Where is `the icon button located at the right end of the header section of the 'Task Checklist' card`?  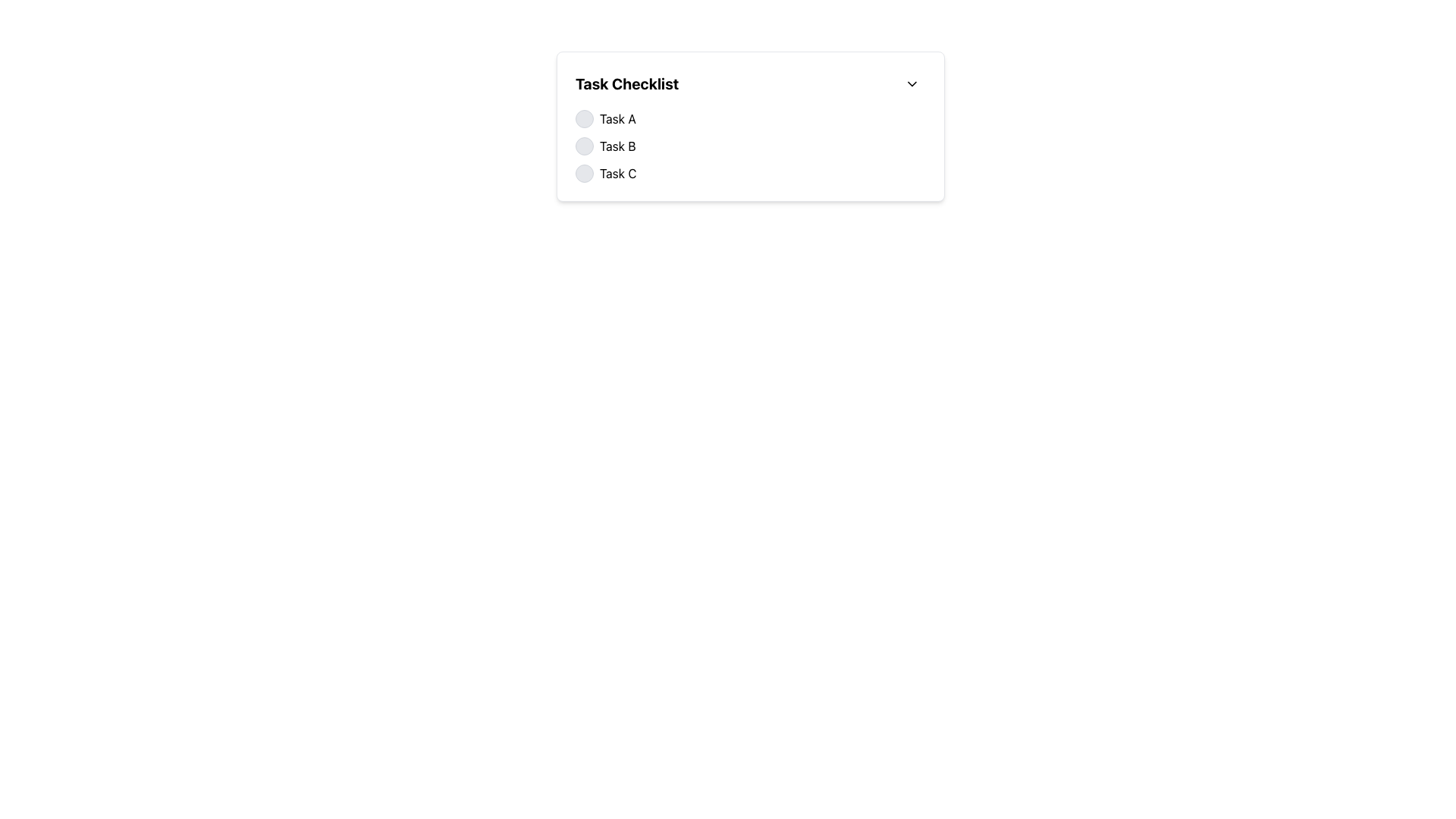 the icon button located at the right end of the header section of the 'Task Checklist' card is located at coordinates (912, 84).